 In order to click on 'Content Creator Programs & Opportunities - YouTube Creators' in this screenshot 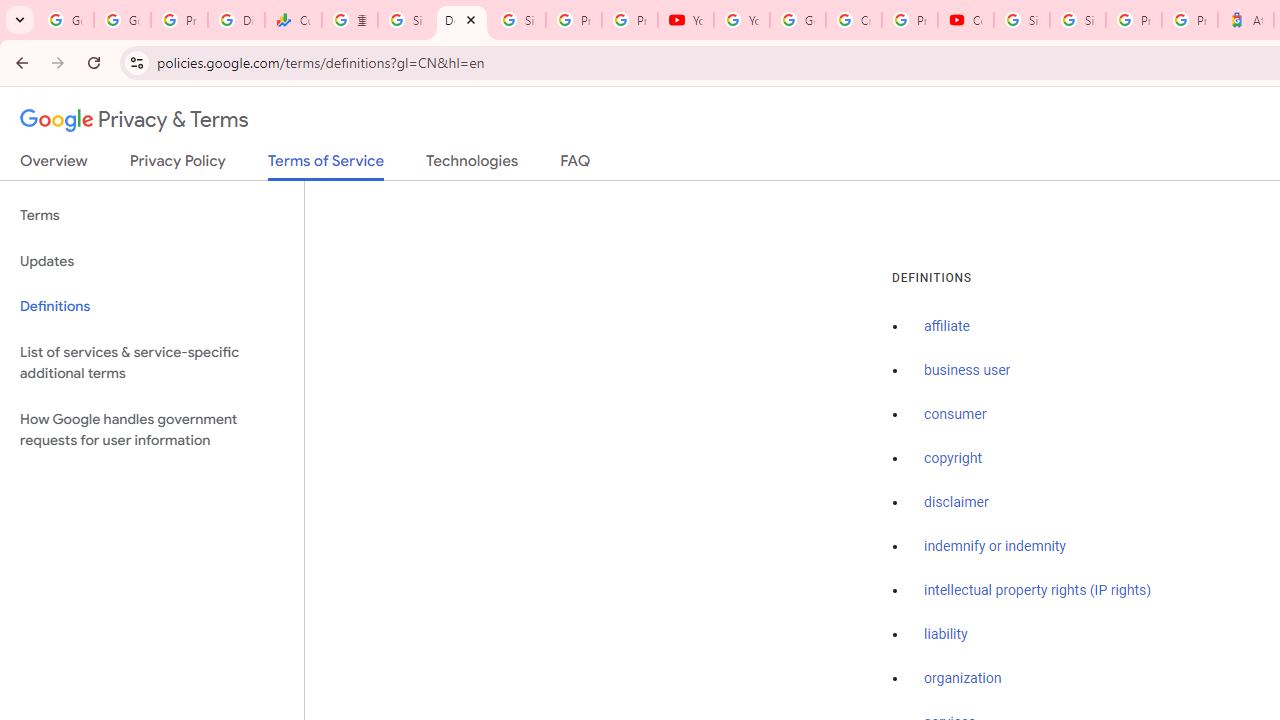, I will do `click(966, 20)`.